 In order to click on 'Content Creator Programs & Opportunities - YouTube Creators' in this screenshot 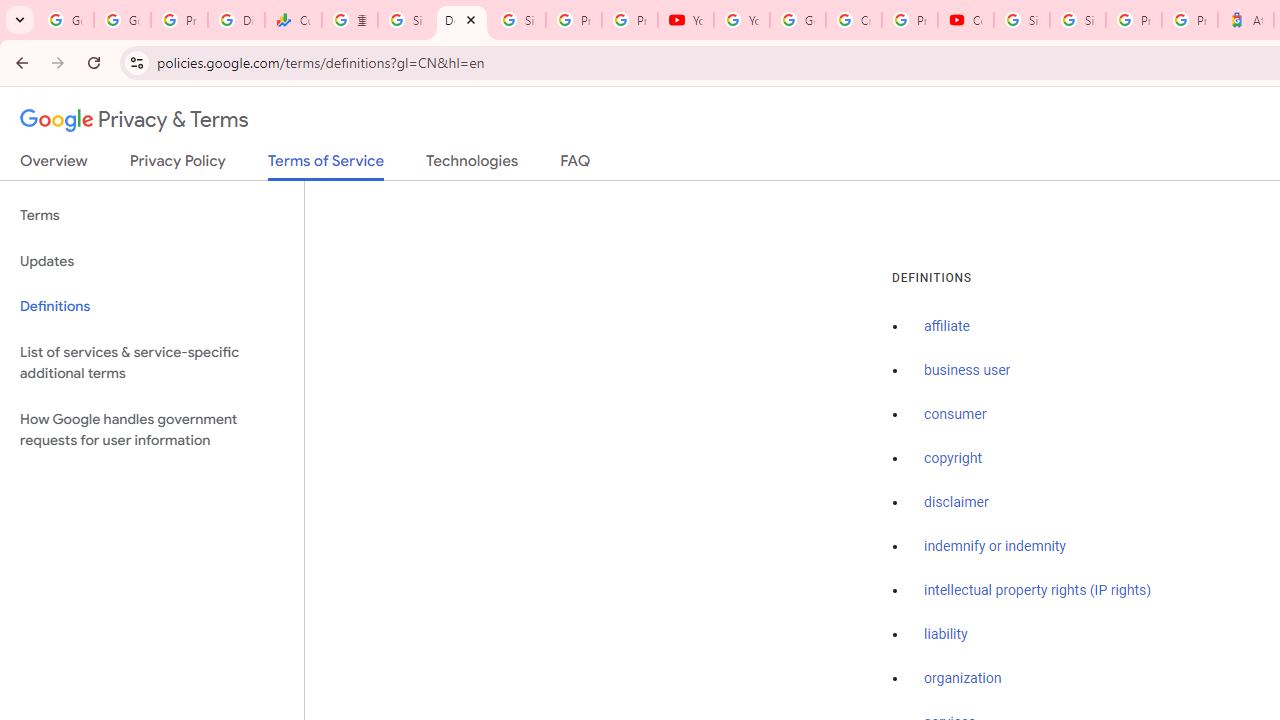, I will do `click(966, 20)`.